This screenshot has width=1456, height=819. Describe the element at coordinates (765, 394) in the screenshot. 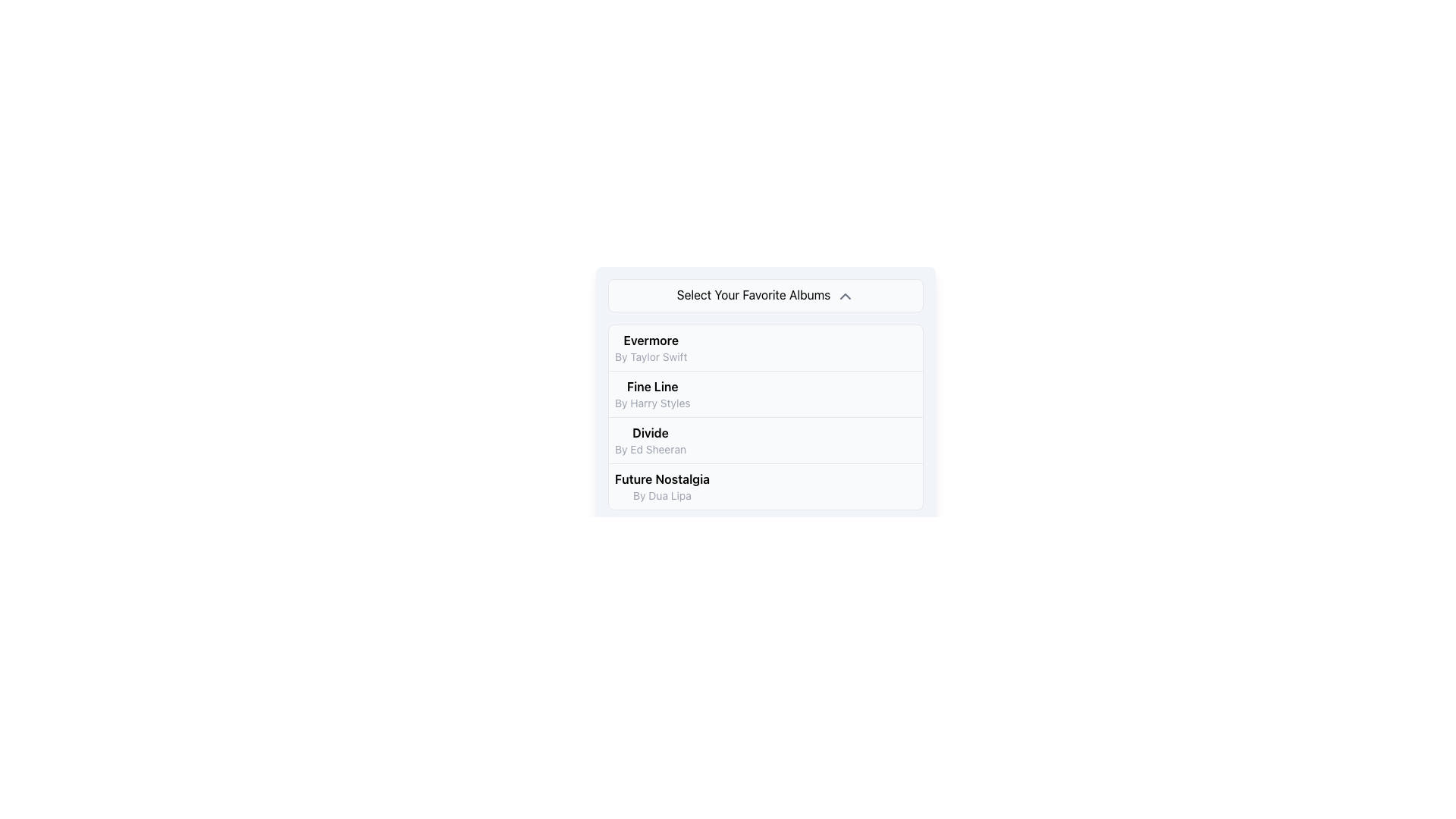

I see `the list item titled 'Fine Line' by 'Harry Styles', which is the second item in the list under 'Select Your Favorite Albums'` at that location.